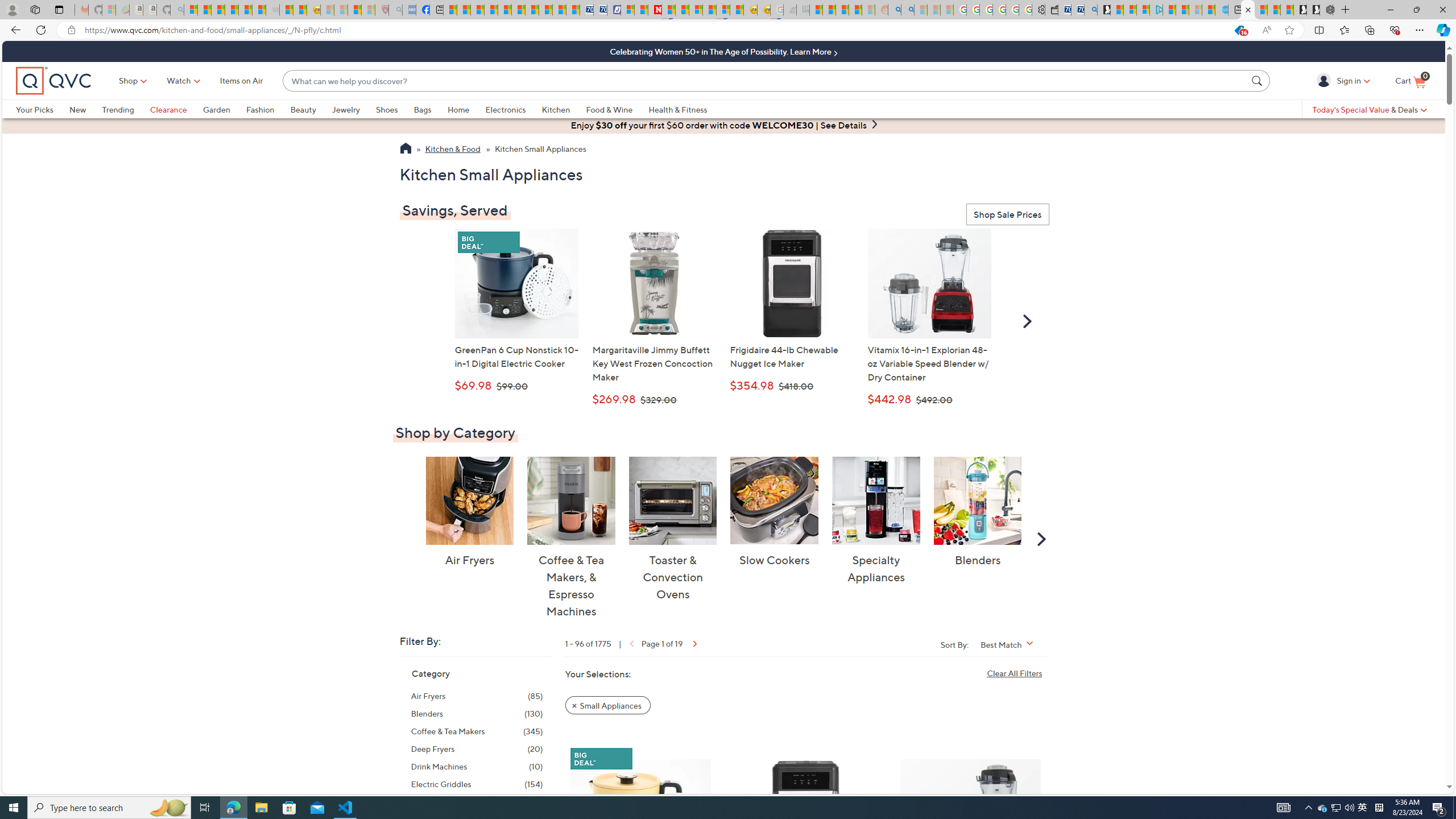 Image resolution: width=1456 pixels, height=819 pixels. Describe the element at coordinates (875, 520) in the screenshot. I see `'Specialty Appliances Specialty Appliances'` at that location.